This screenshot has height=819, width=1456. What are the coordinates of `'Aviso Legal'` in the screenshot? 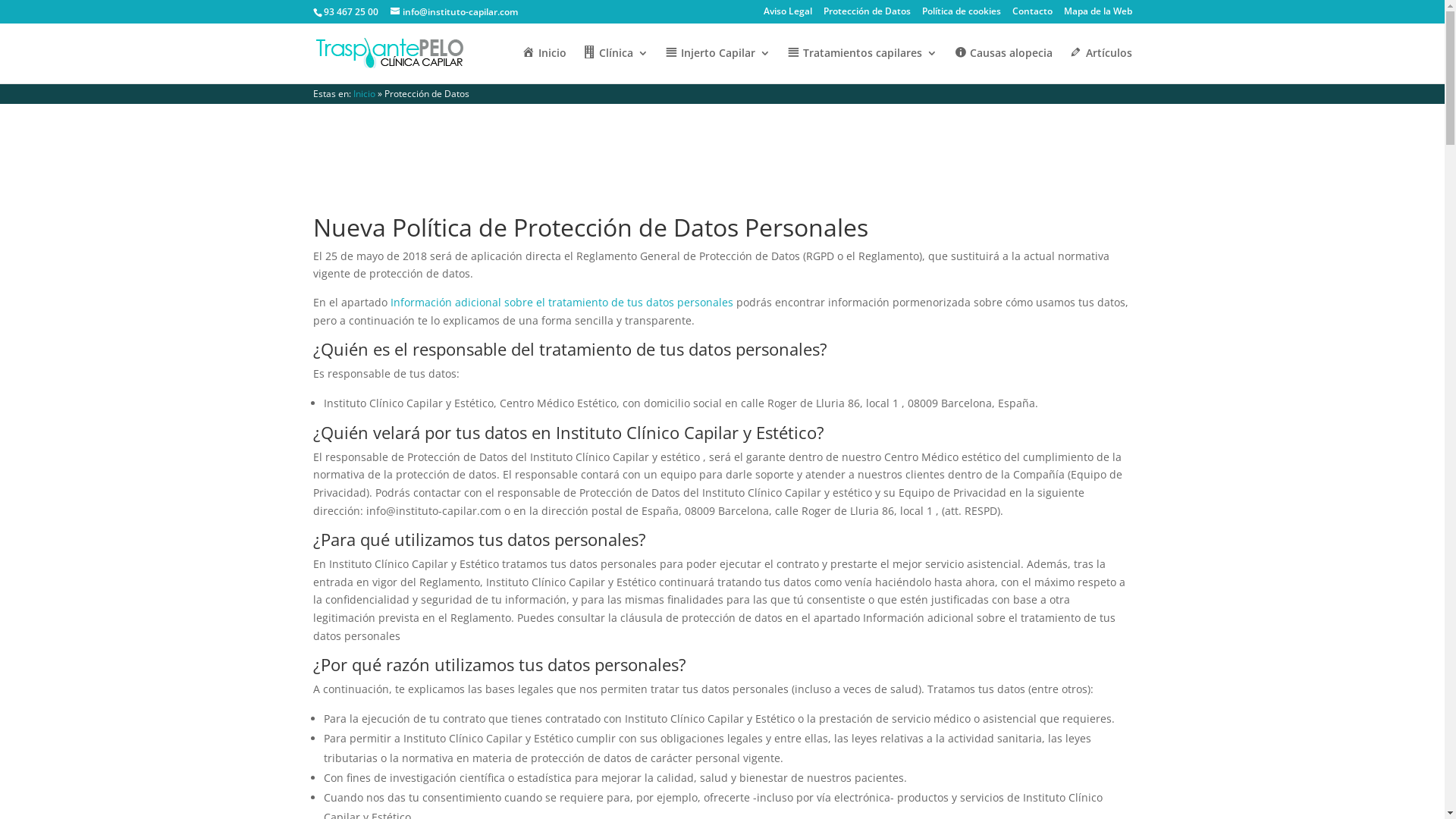 It's located at (763, 14).